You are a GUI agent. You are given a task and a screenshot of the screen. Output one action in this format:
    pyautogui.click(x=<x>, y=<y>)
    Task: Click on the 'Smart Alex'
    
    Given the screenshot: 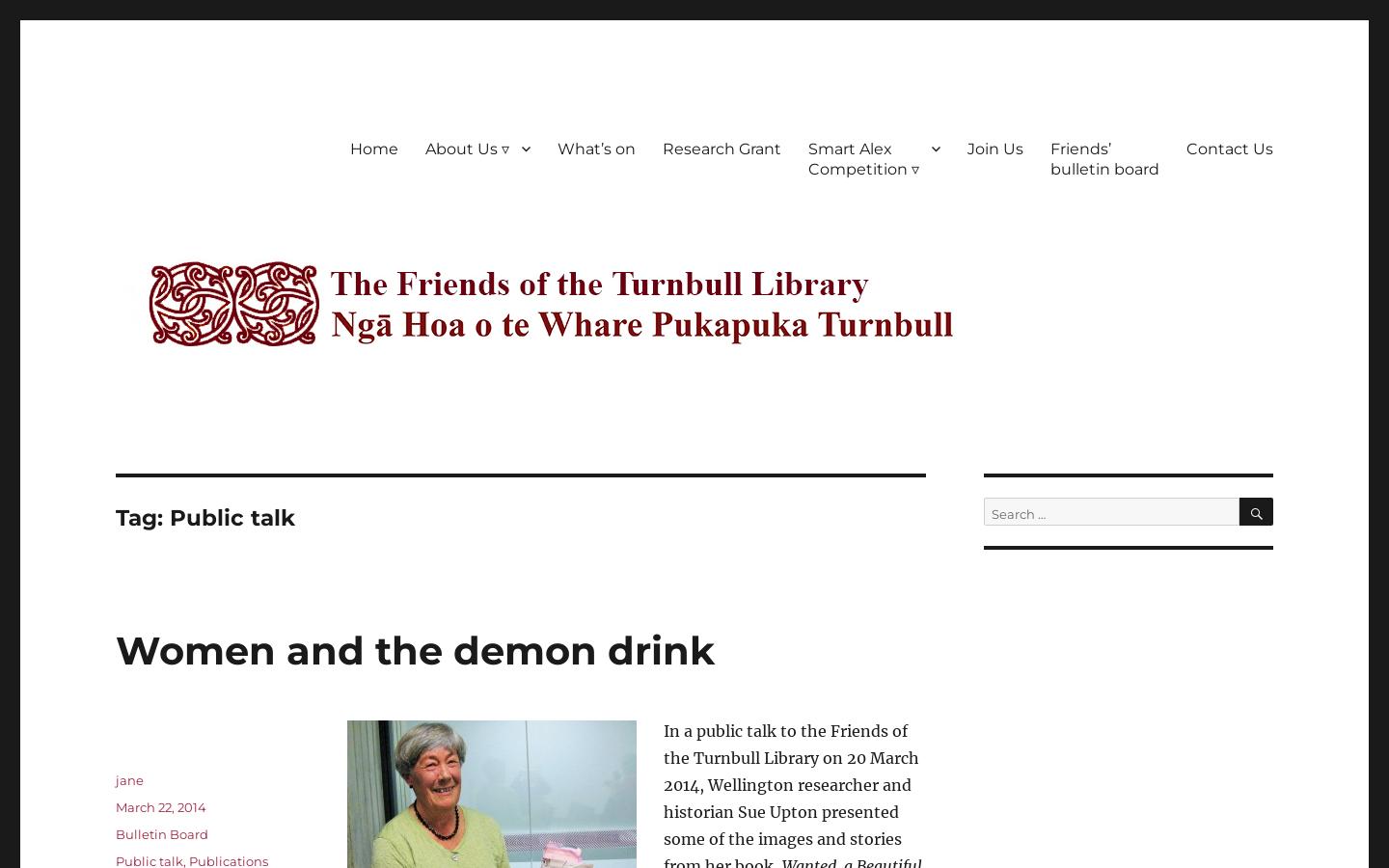 What is the action you would take?
    pyautogui.click(x=849, y=148)
    